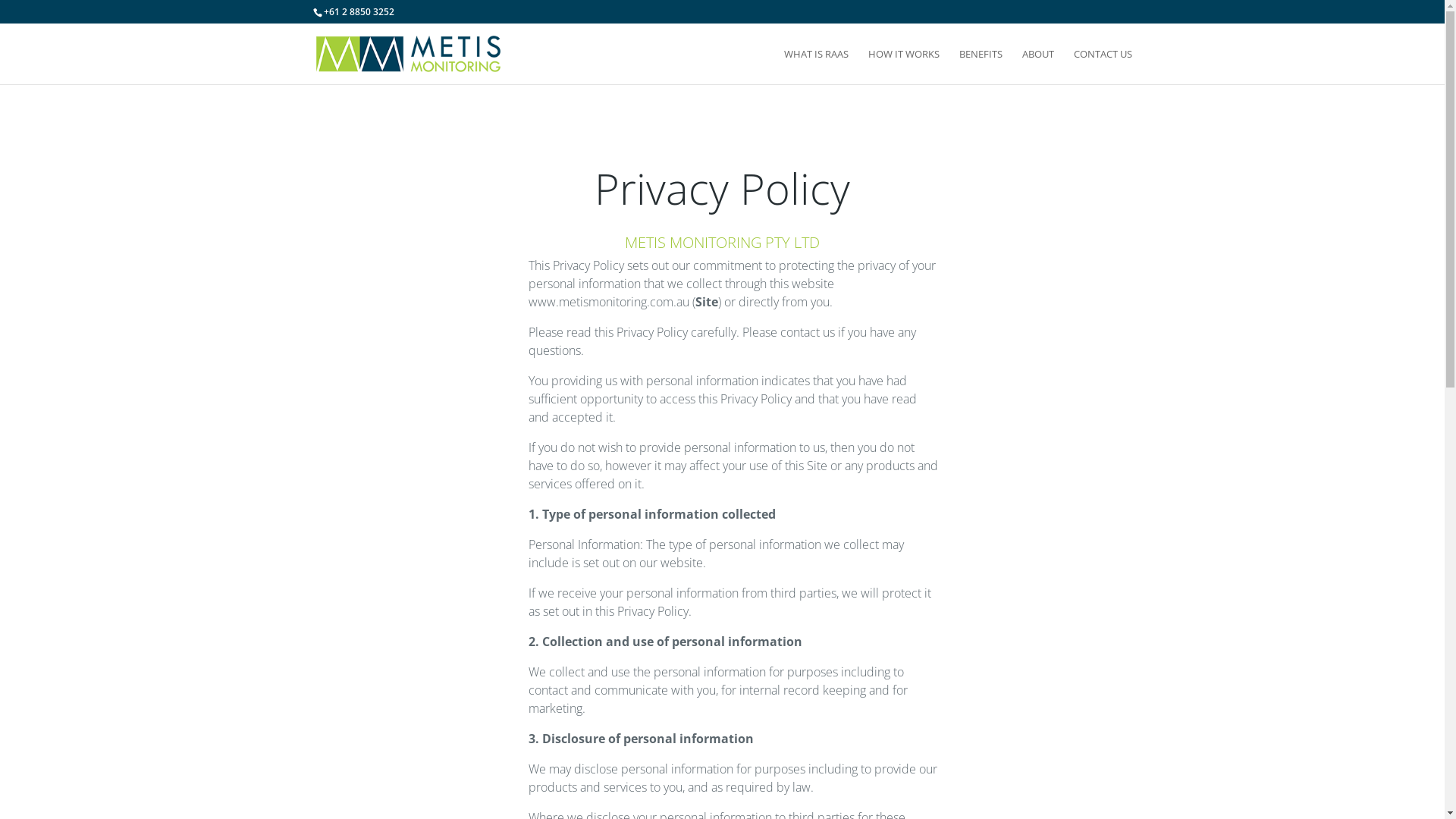 This screenshot has width=1456, height=819. Describe the element at coordinates (783, 65) in the screenshot. I see `'WHAT IS RAAS'` at that location.